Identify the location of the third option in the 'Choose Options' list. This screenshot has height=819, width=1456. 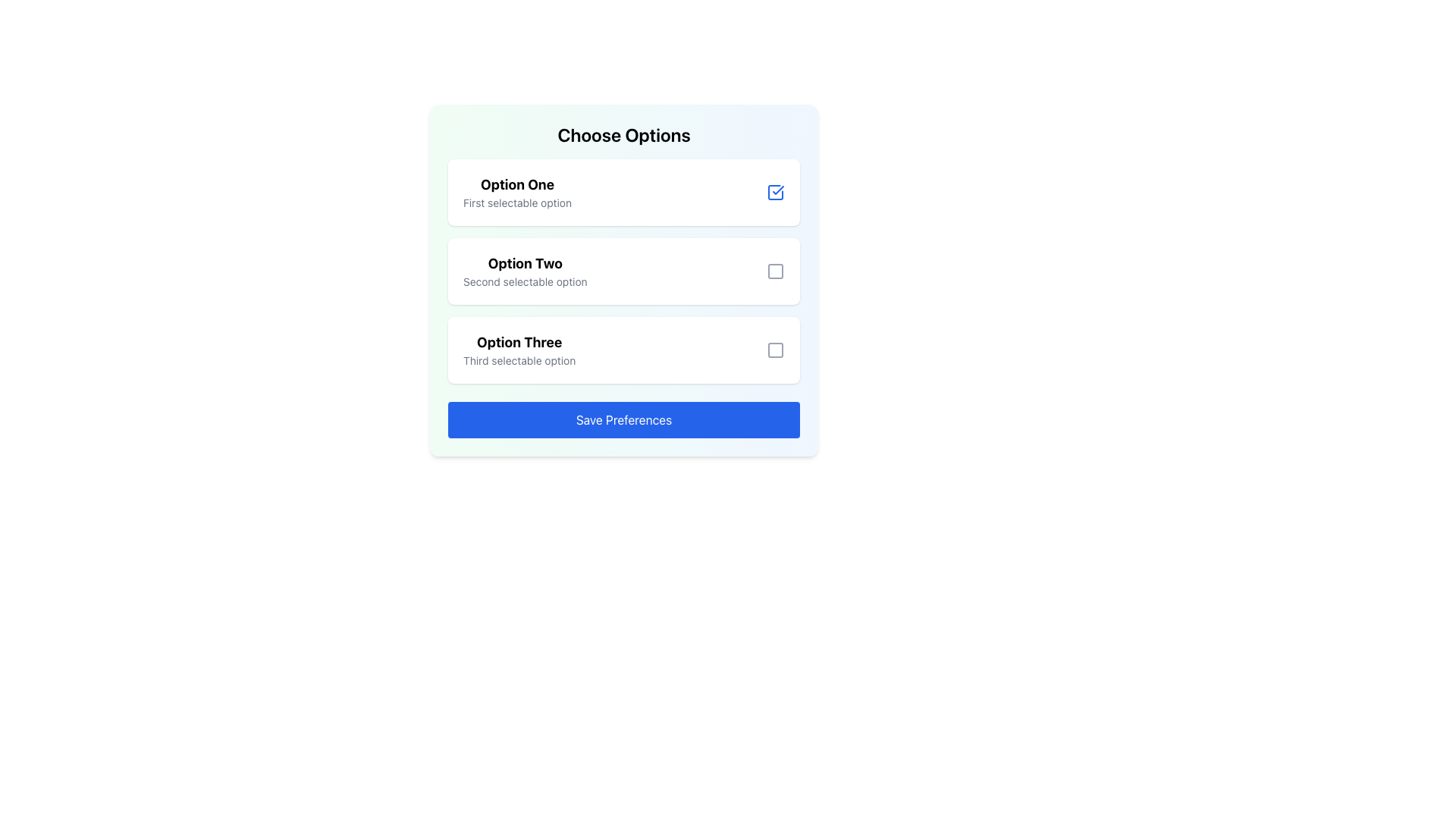
(623, 350).